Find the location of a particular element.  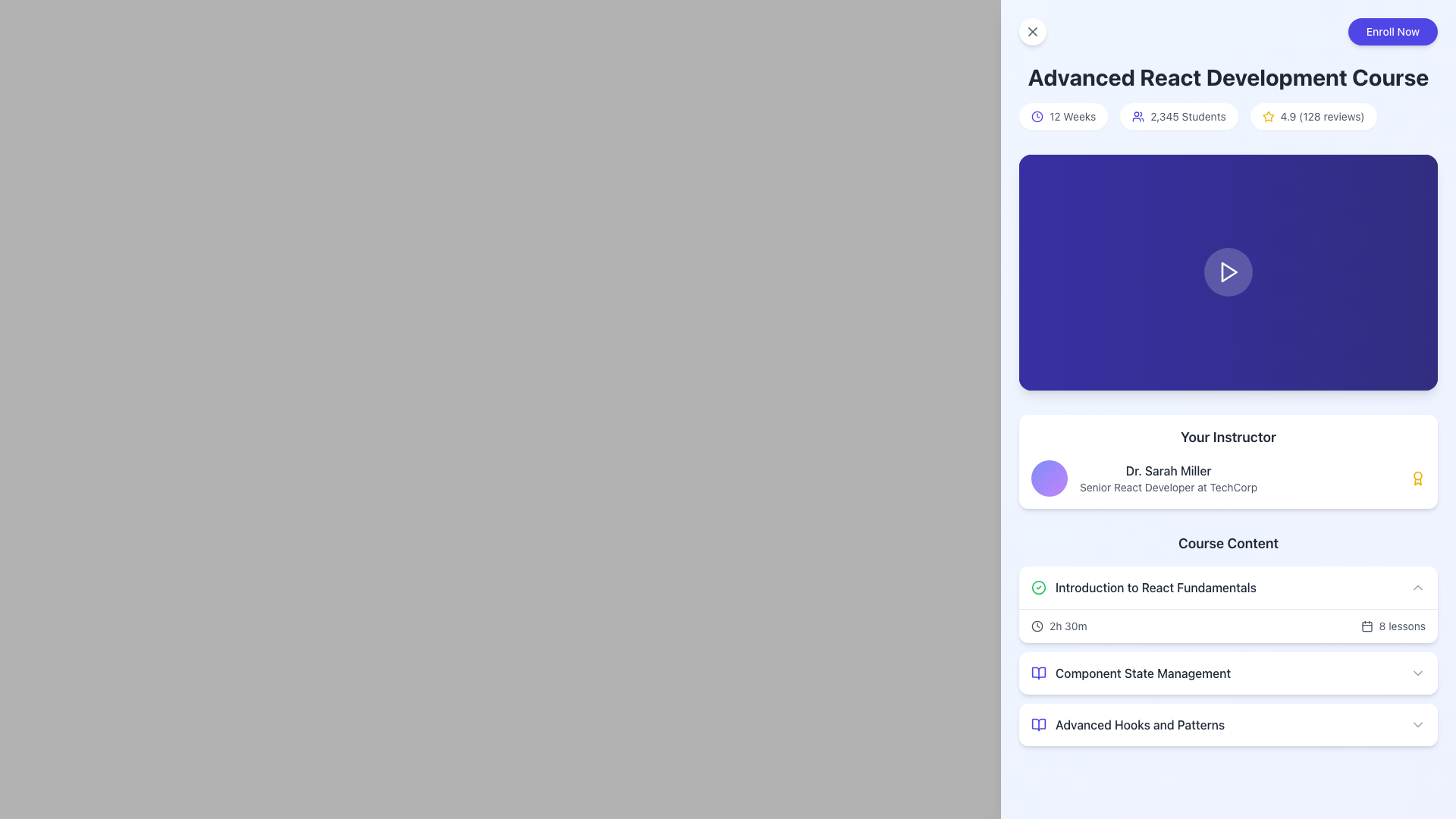

the downward-pointing chevron icon located on the far right side of the 'Advanced Hooks and Patterns' section is located at coordinates (1417, 723).